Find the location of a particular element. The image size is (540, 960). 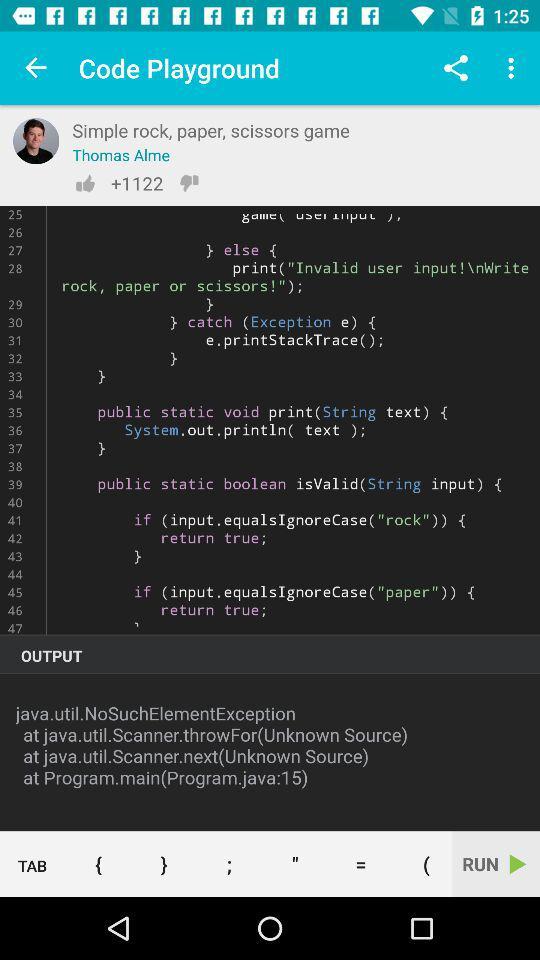

image option is located at coordinates (36, 140).